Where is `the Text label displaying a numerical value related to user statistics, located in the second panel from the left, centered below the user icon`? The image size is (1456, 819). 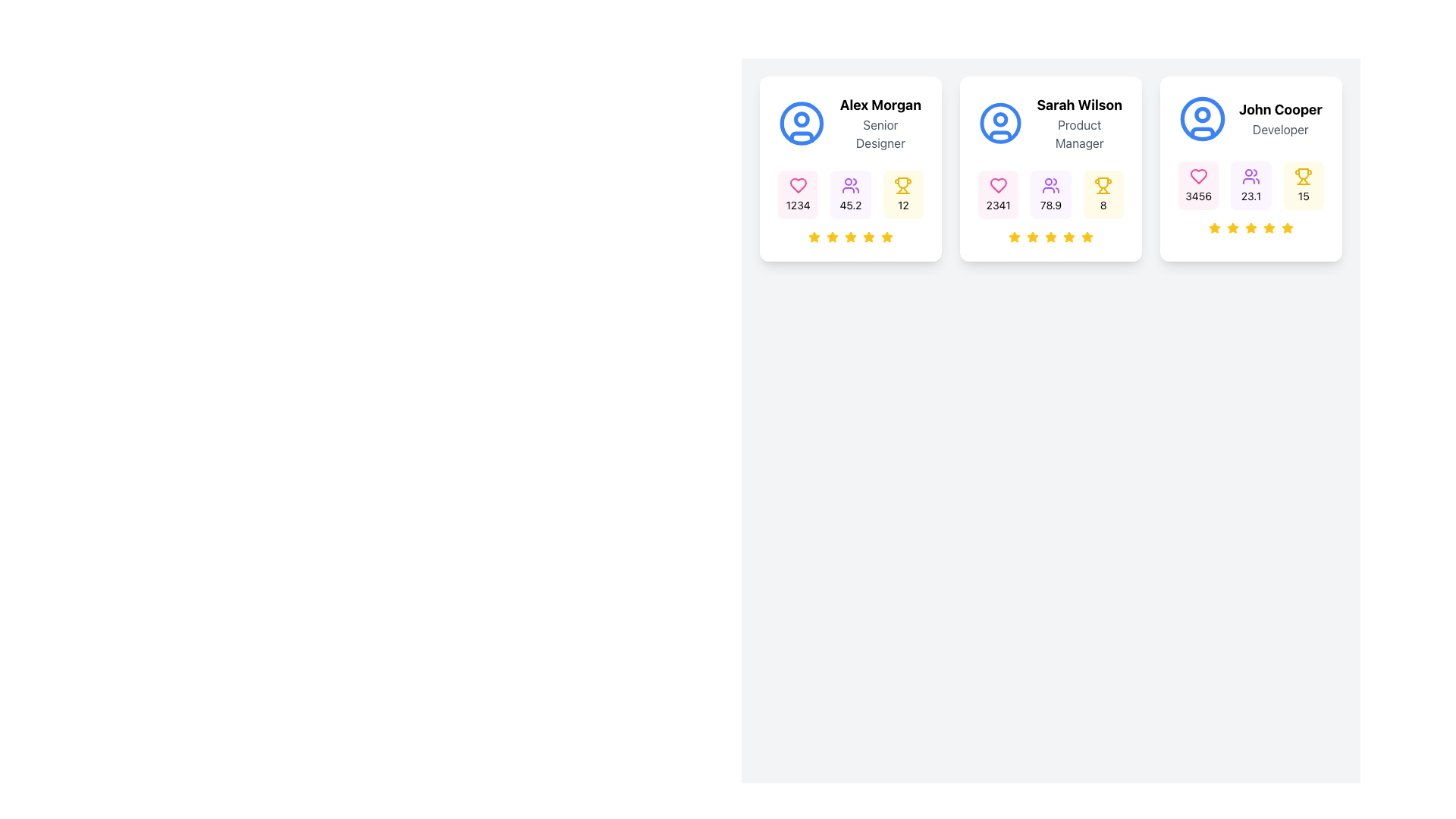
the Text label displaying a numerical value related to user statistics, located in the second panel from the left, centered below the user icon is located at coordinates (851, 205).